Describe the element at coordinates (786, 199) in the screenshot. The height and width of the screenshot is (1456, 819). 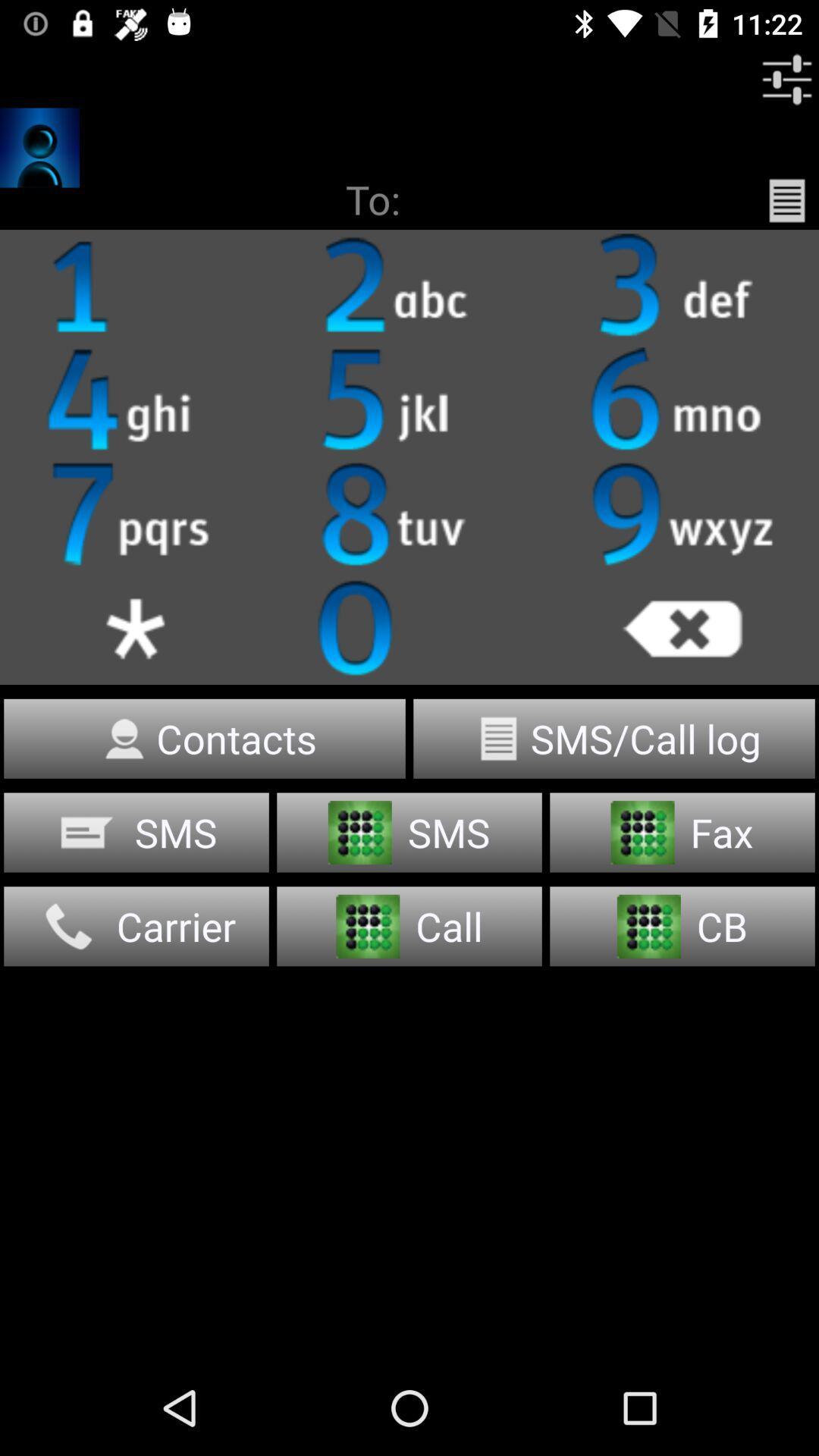
I see `the description icon` at that location.